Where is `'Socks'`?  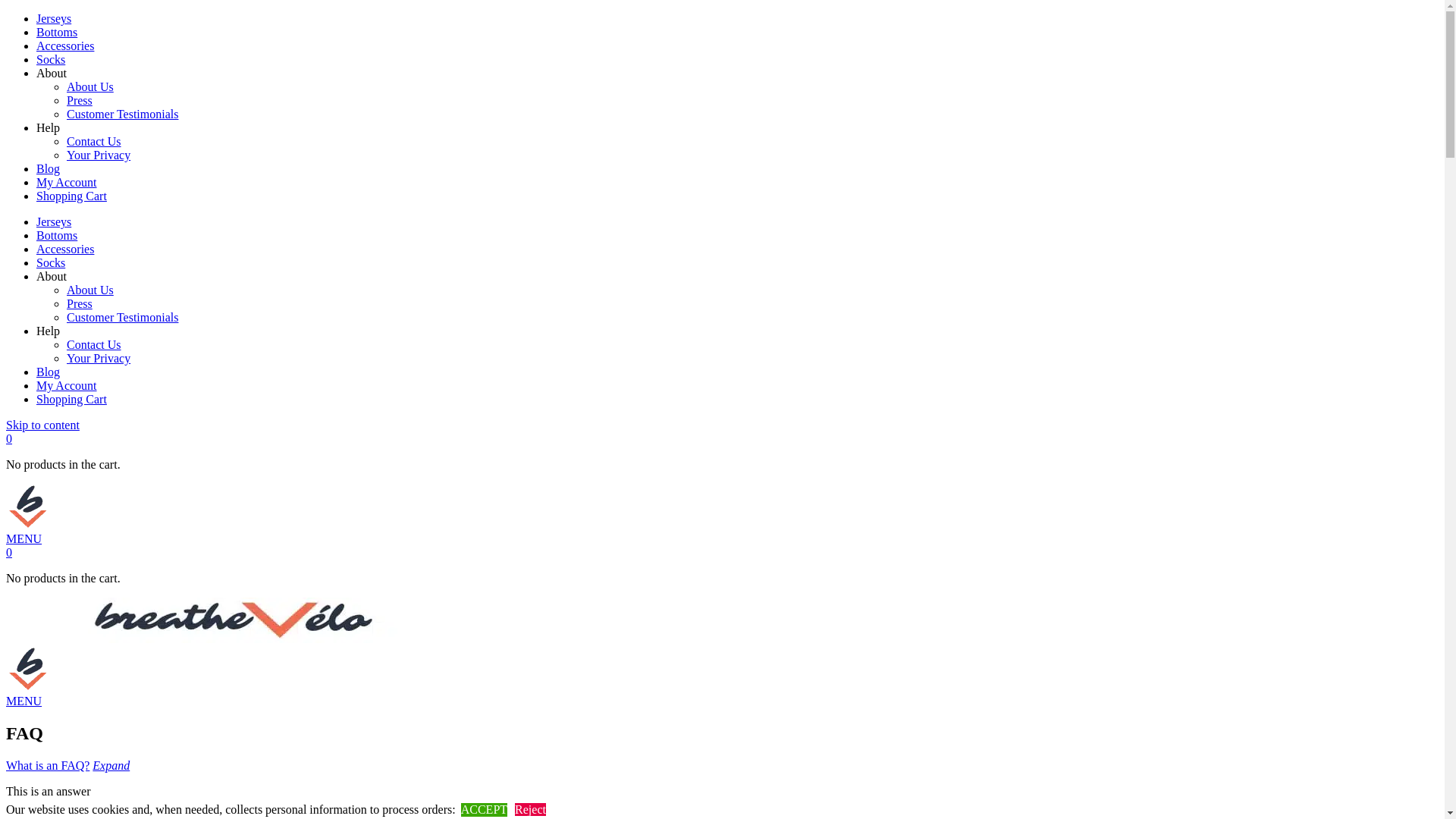
'Socks' is located at coordinates (51, 262).